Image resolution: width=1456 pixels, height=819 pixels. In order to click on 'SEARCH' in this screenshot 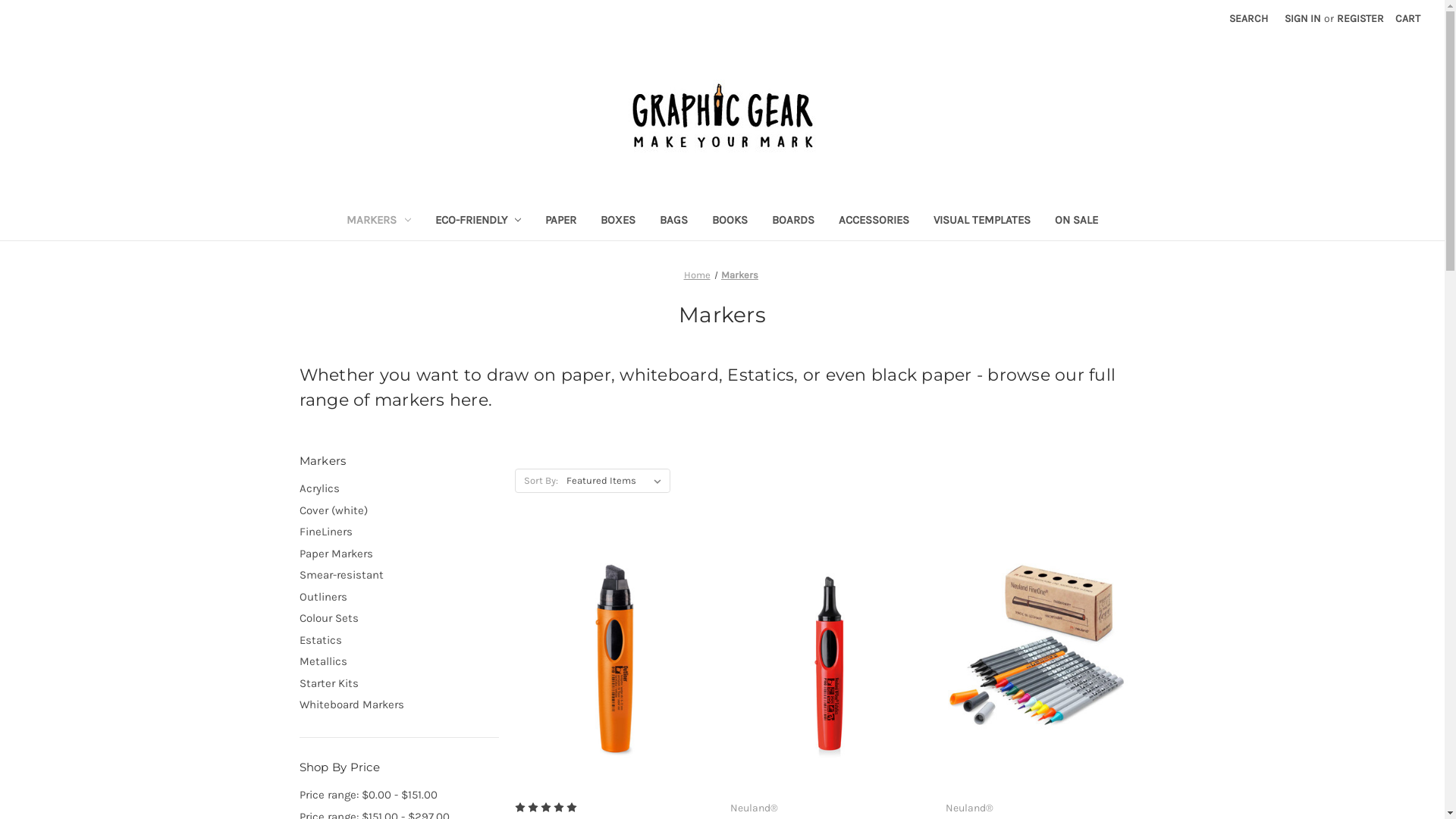, I will do `click(1248, 18)`.